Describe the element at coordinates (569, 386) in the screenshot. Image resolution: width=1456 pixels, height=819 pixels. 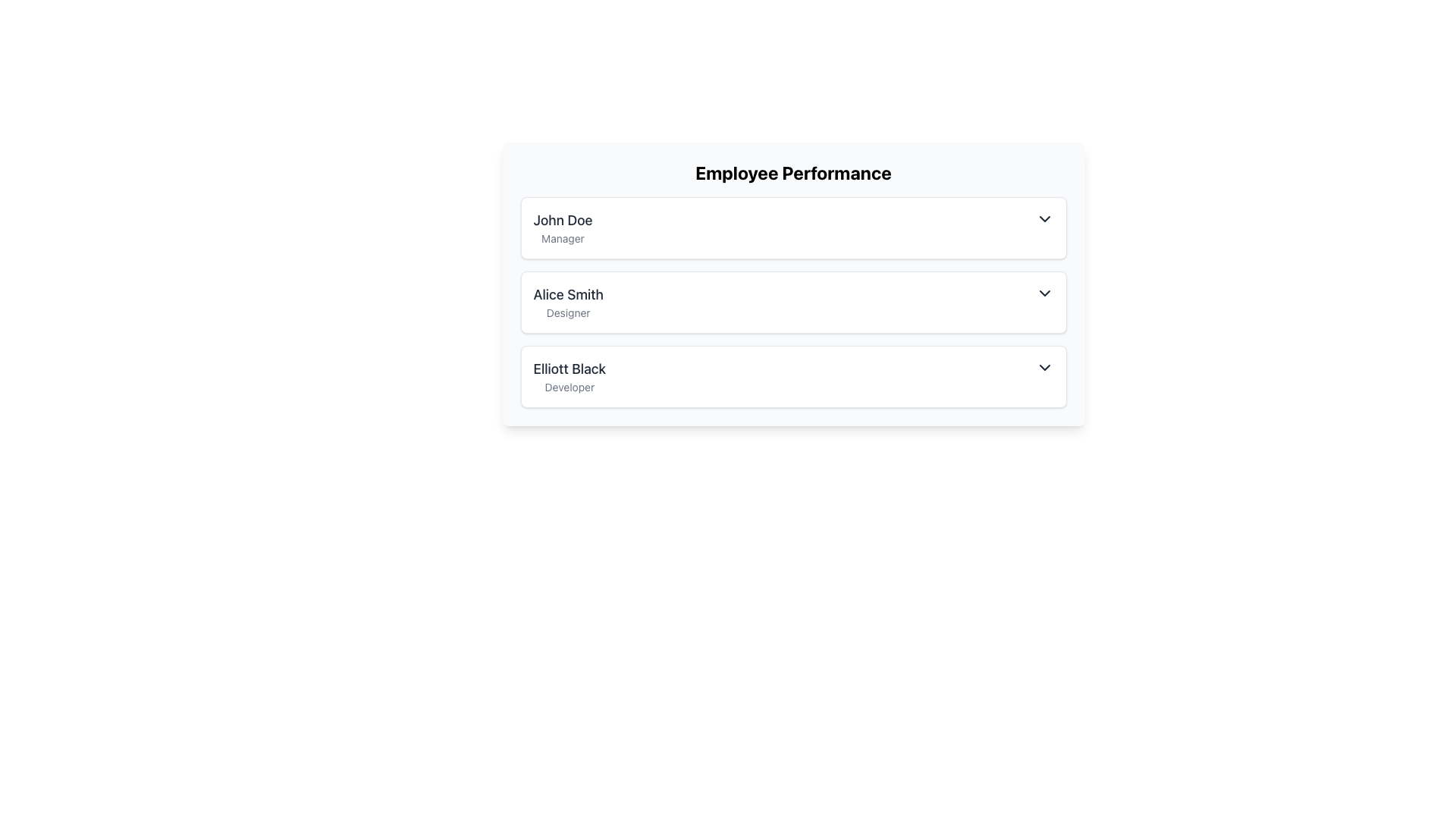
I see `the static text label indicating the role or title of the person named 'Elliott Black', located at the bottom-left section of the card labeled 'Elliott Black'` at that location.